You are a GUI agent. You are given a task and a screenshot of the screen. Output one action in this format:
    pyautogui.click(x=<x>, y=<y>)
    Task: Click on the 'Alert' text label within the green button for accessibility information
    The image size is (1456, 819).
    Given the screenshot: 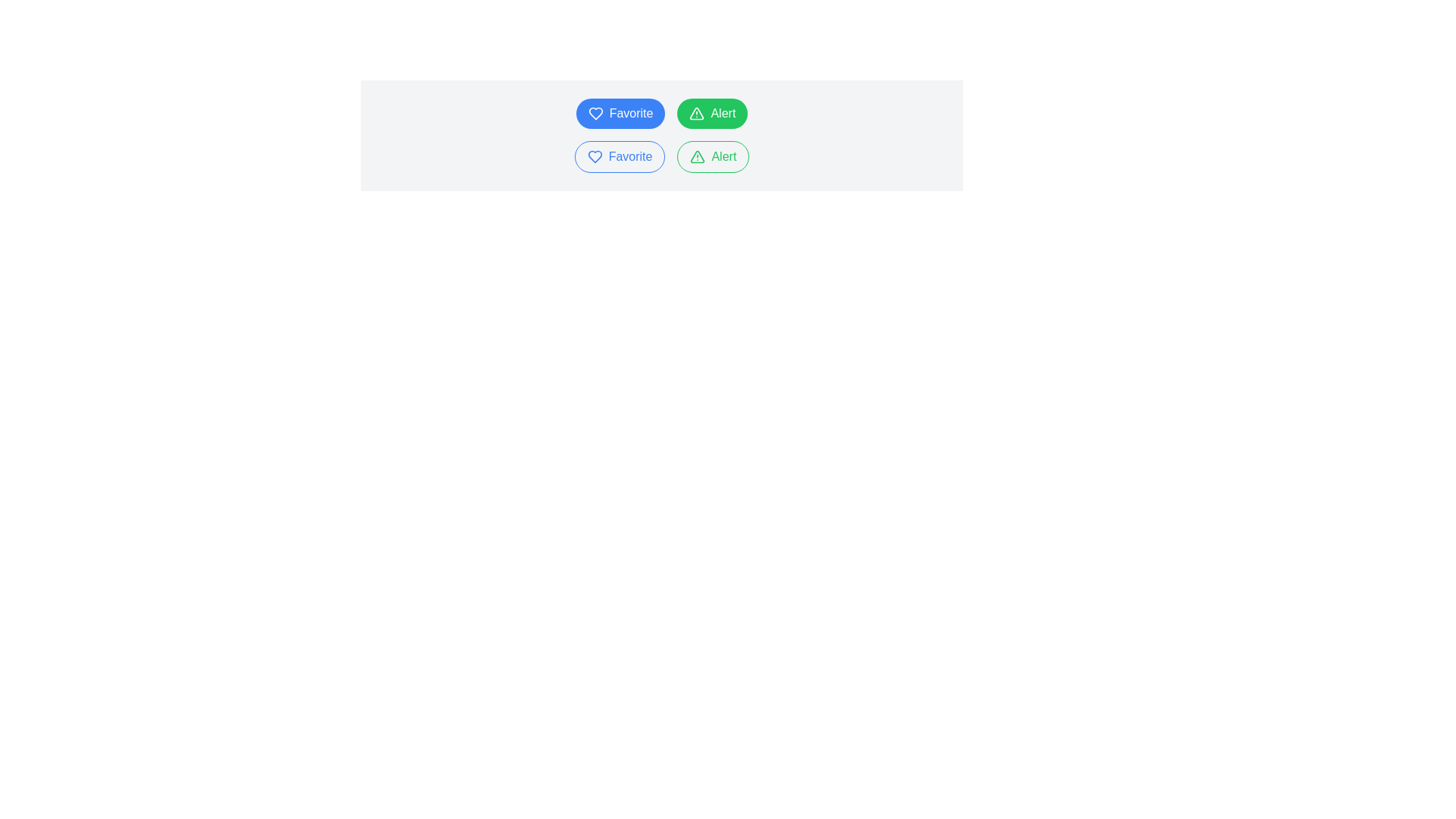 What is the action you would take?
    pyautogui.click(x=722, y=113)
    